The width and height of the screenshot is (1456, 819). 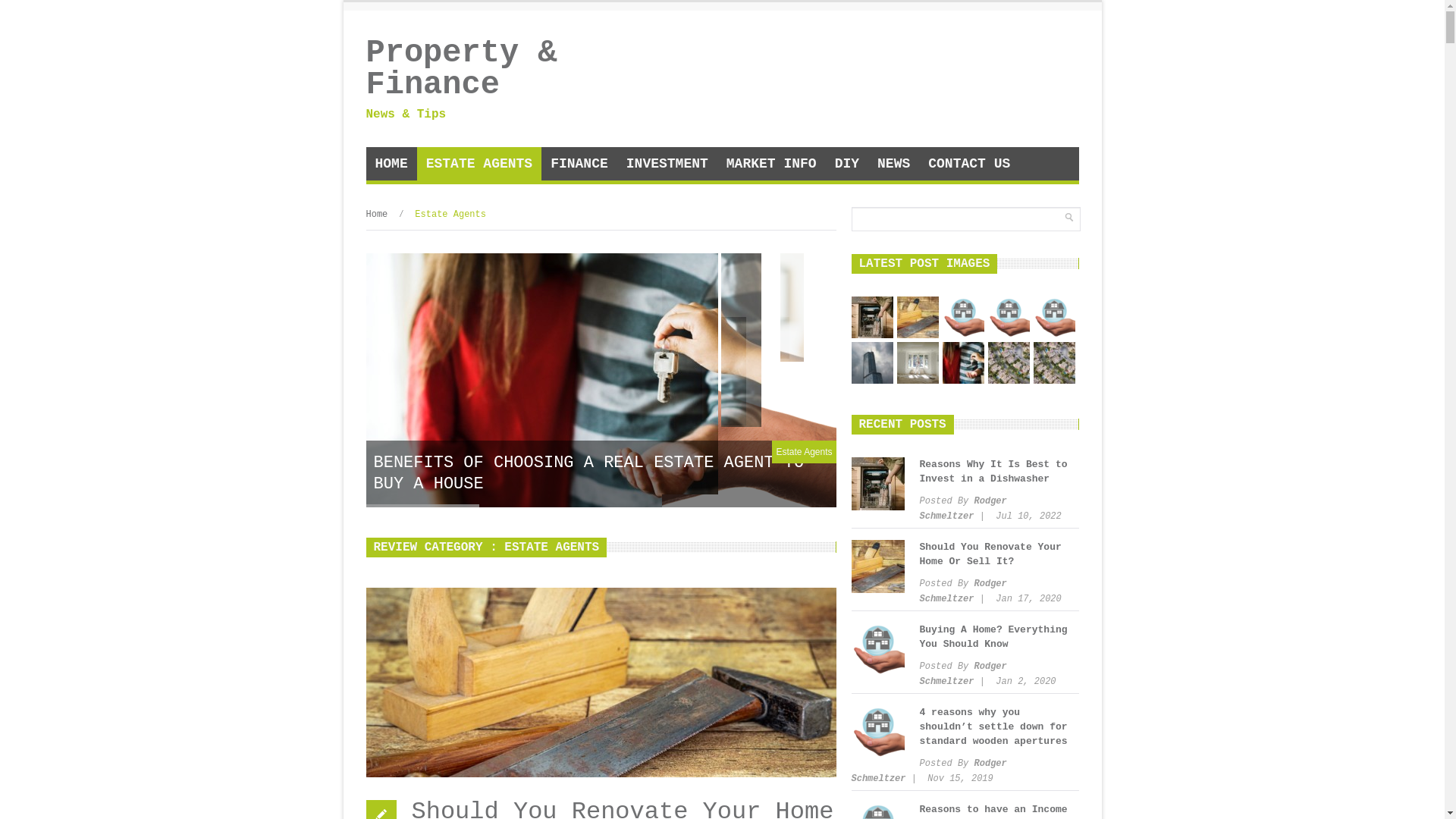 I want to click on 'Home', so click(x=376, y=214).